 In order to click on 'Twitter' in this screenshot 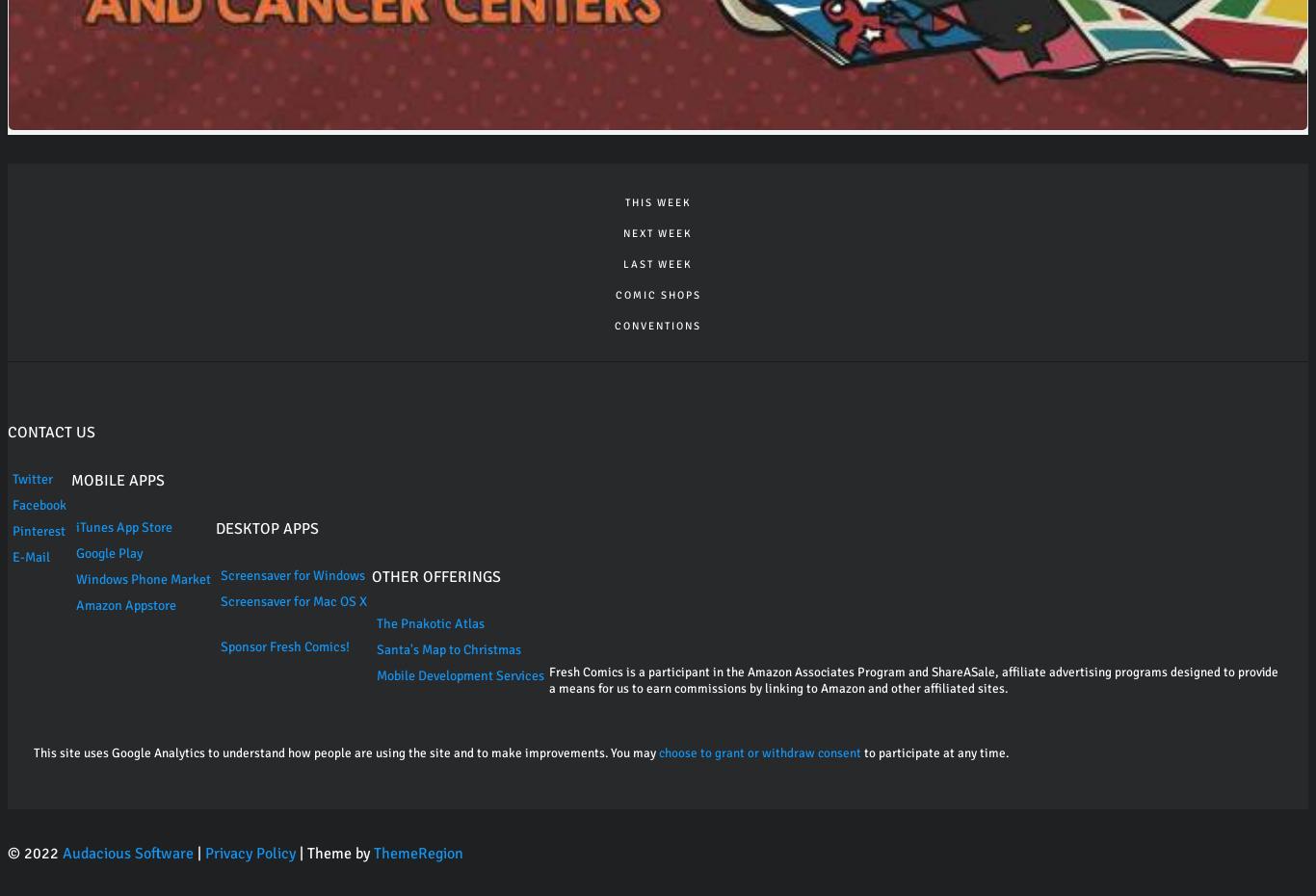, I will do `click(33, 477)`.